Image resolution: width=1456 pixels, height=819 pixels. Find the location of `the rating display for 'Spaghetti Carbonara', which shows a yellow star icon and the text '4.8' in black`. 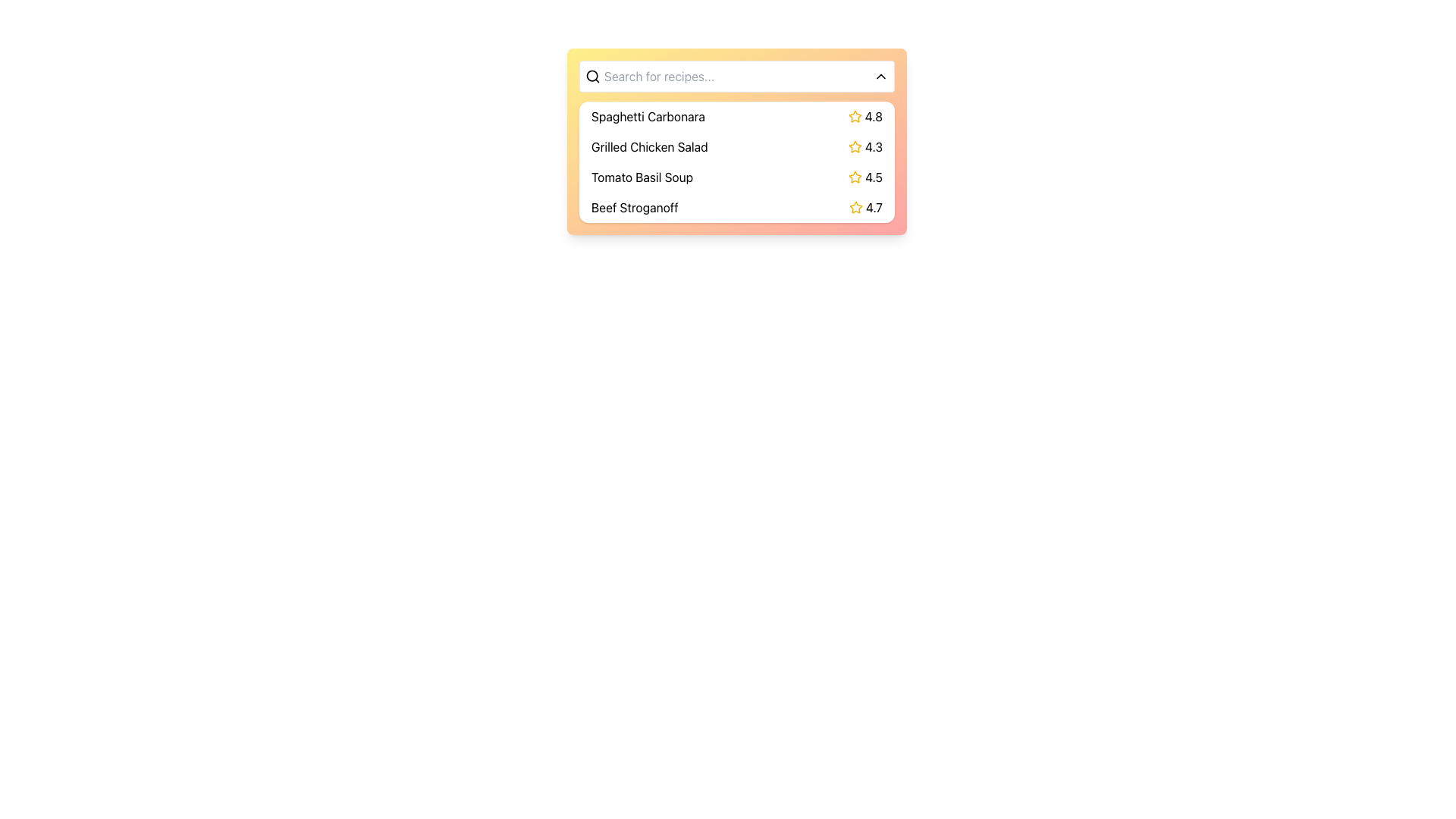

the rating display for 'Spaghetti Carbonara', which shows a yellow star icon and the text '4.8' in black is located at coordinates (865, 116).